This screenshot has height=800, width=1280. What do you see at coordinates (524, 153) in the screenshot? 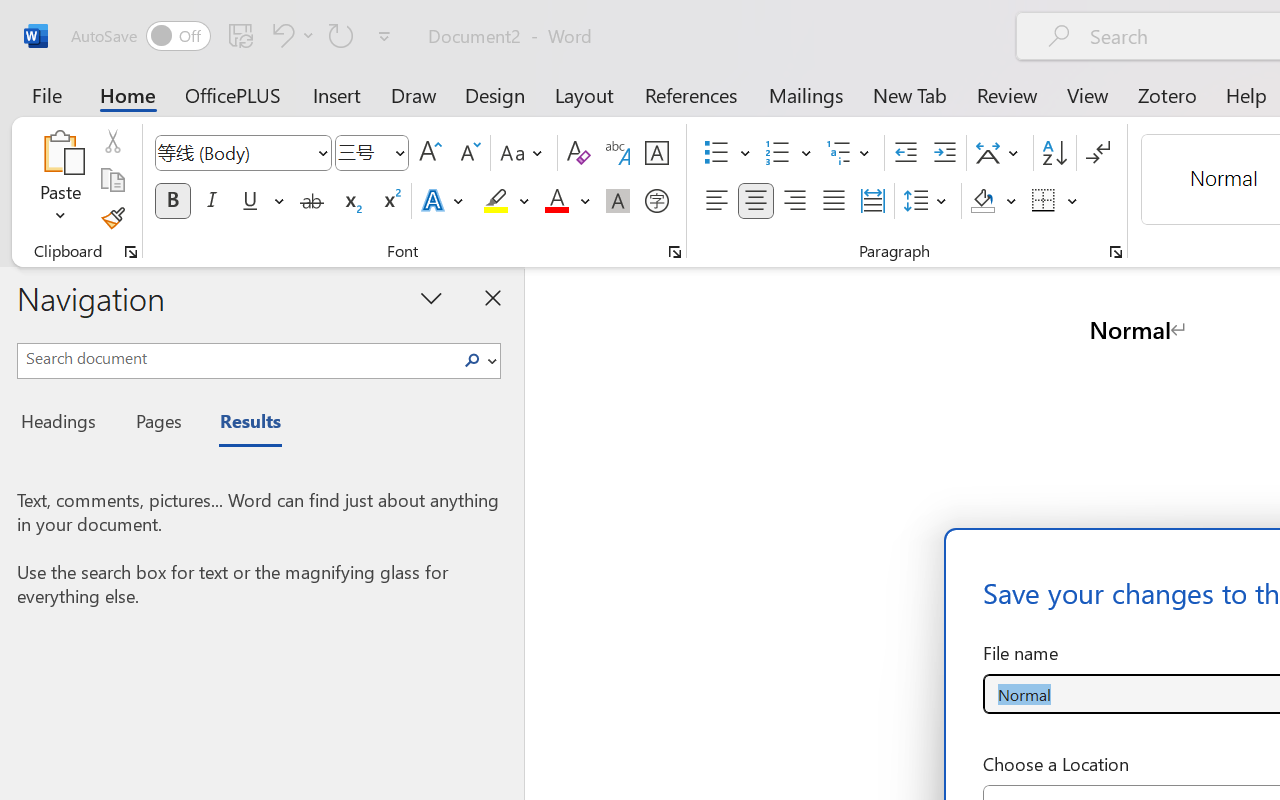
I see `'Change Case'` at bounding box center [524, 153].